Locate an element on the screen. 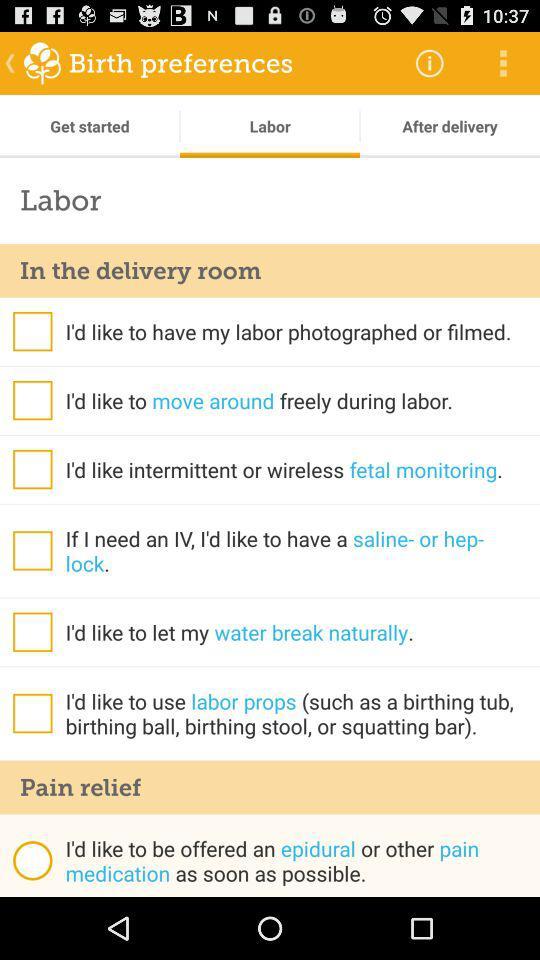 This screenshot has height=960, width=540. the app next to the labor icon is located at coordinates (428, 62).